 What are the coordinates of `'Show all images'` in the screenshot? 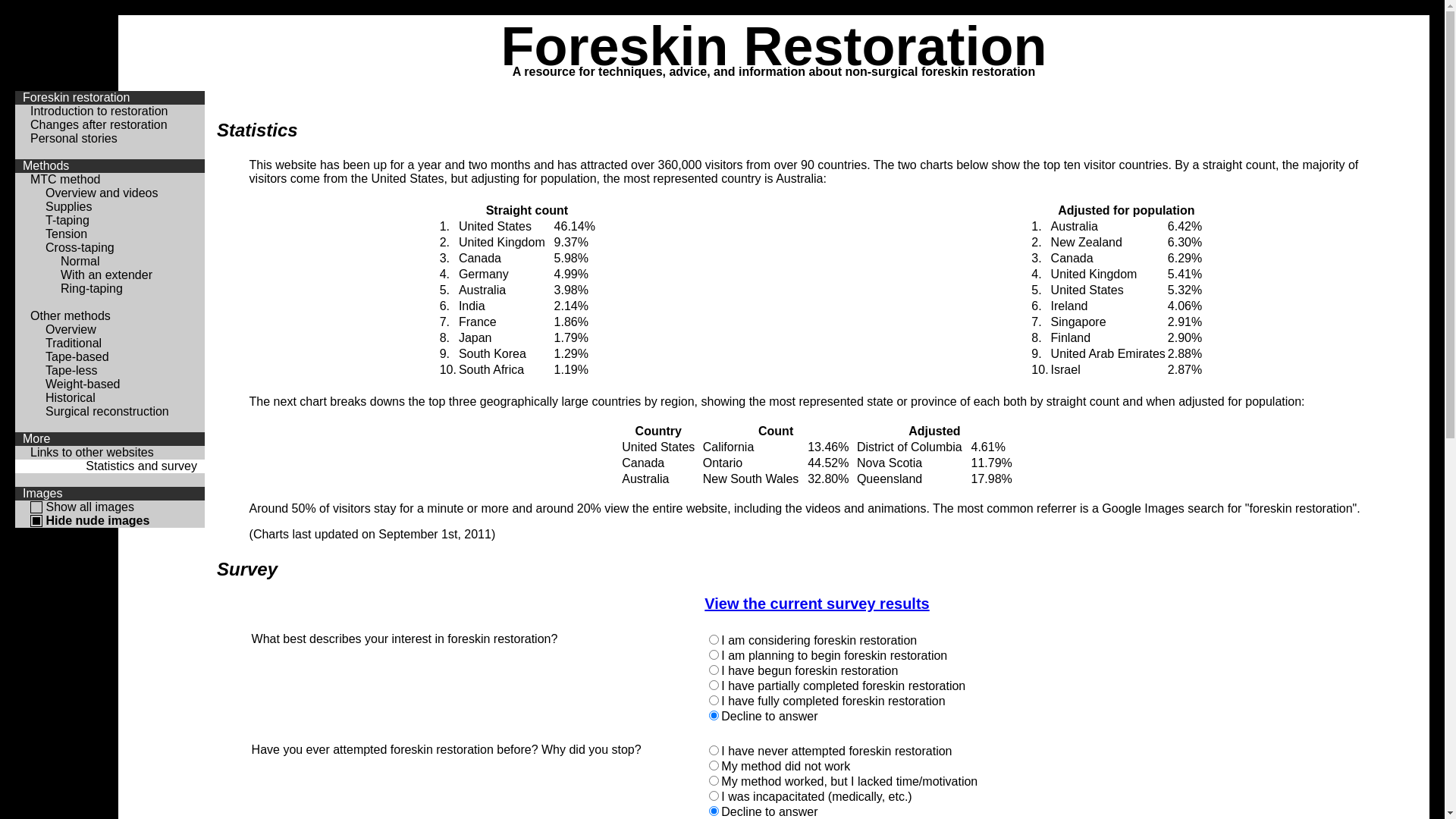 It's located at (89, 507).